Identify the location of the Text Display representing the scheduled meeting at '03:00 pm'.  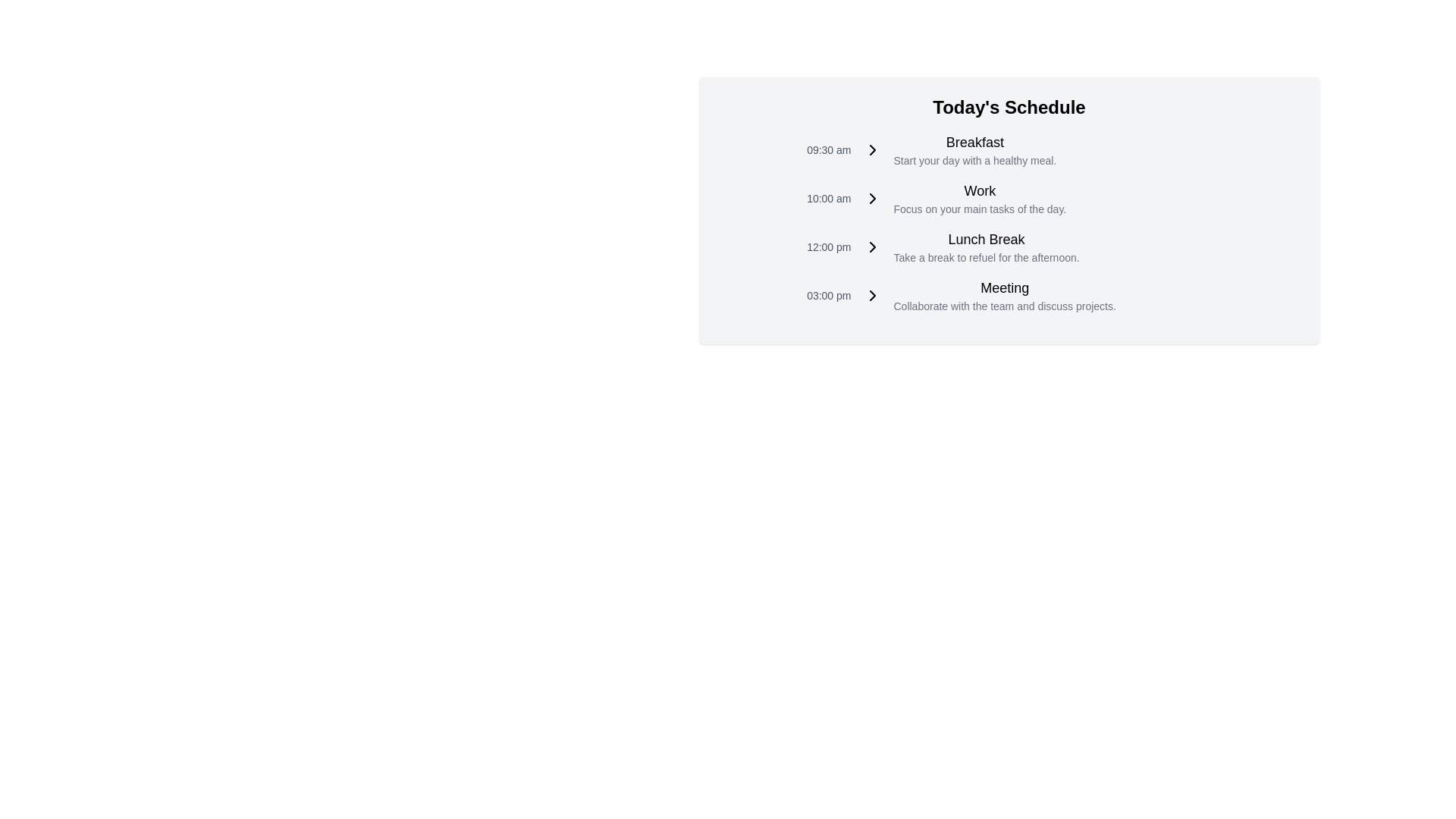
(999, 295).